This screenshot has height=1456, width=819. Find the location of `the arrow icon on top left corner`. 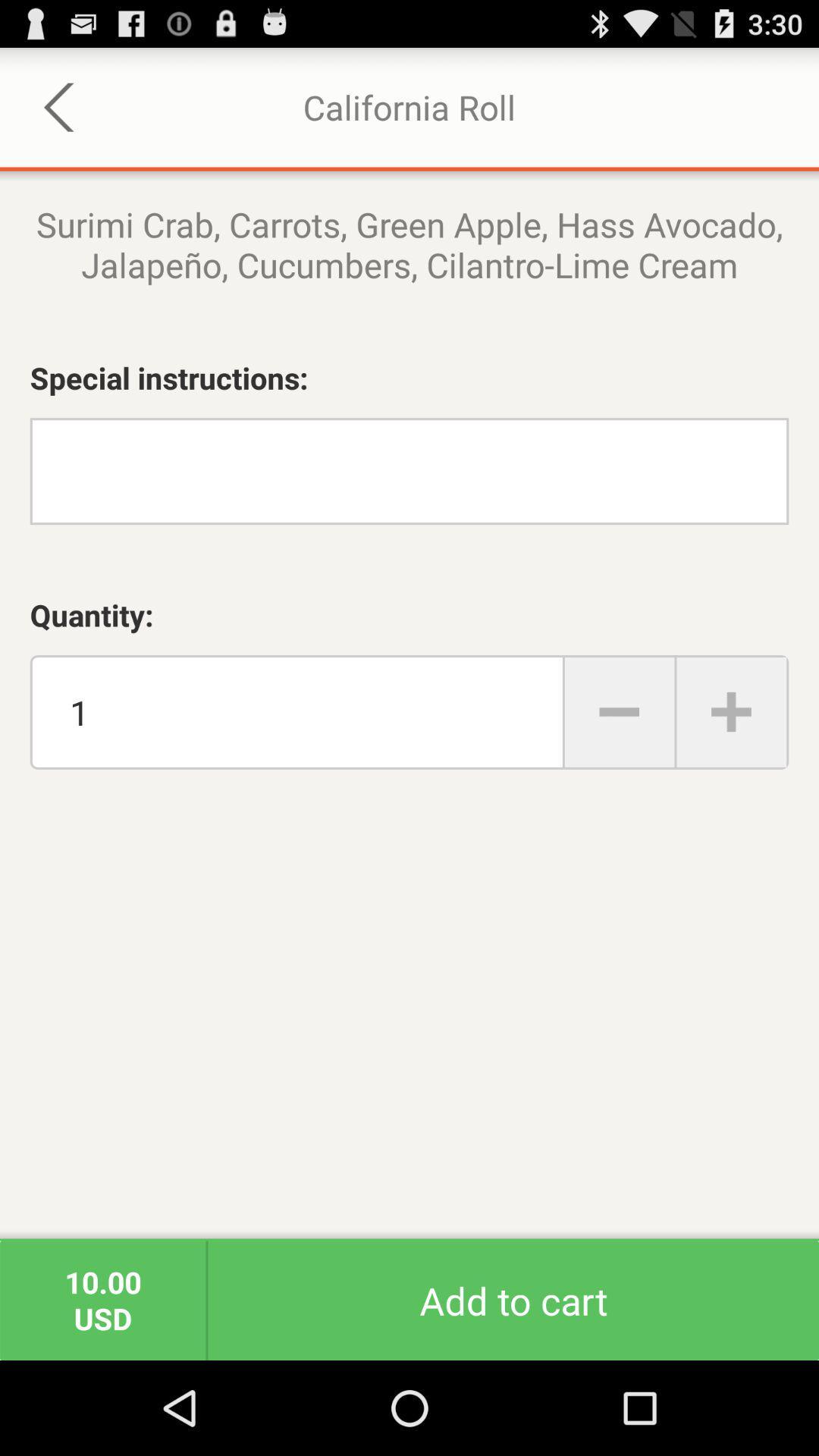

the arrow icon on top left corner is located at coordinates (58, 107).